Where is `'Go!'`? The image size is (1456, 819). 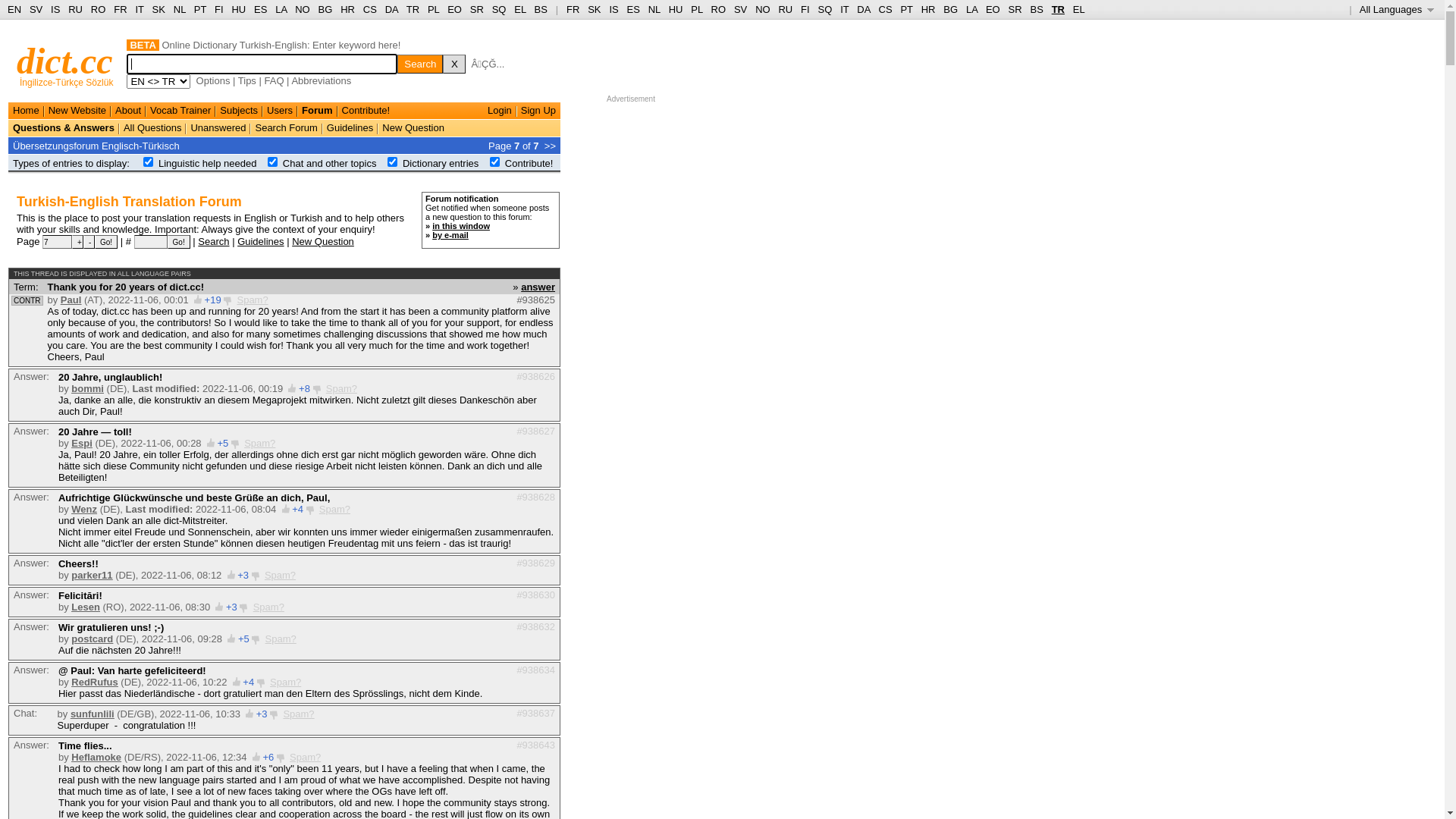 'Go!' is located at coordinates (105, 241).